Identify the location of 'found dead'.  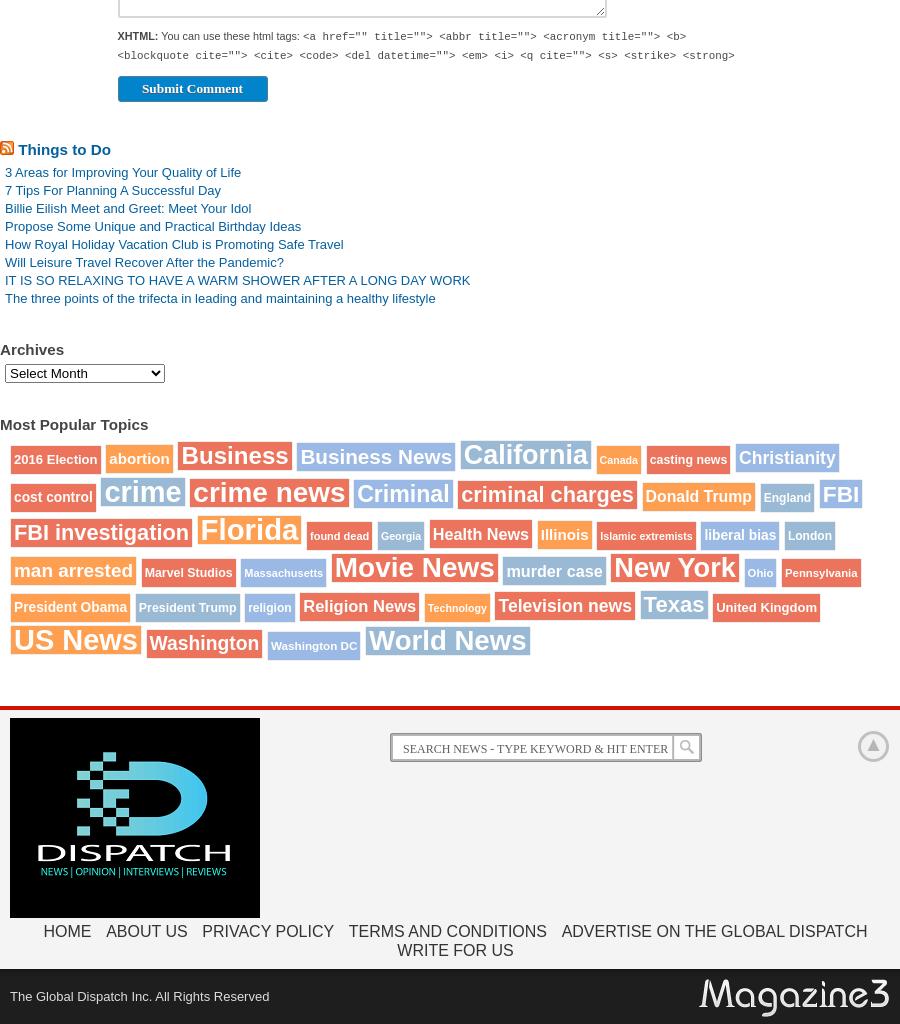
(339, 535).